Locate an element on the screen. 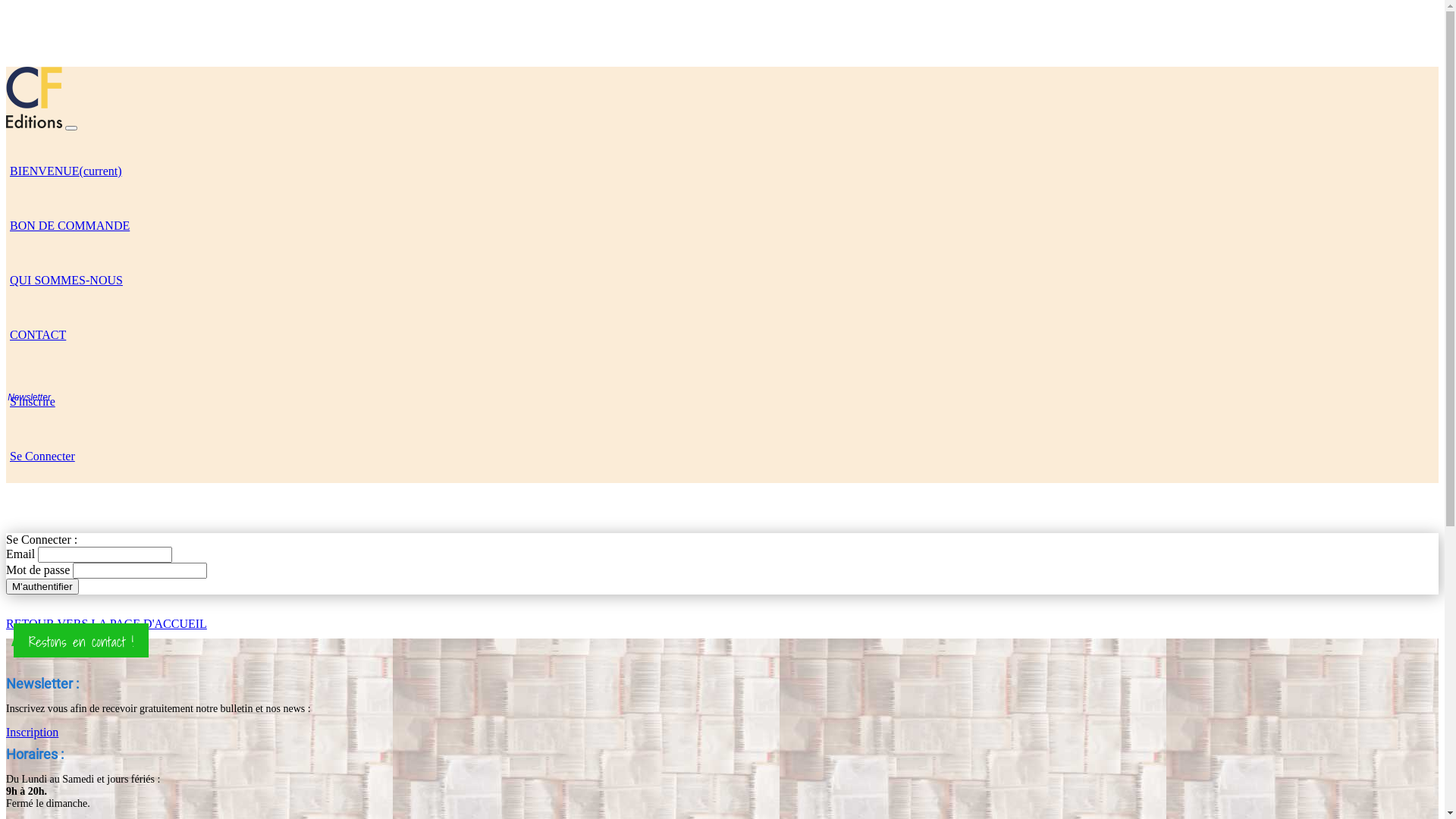 The width and height of the screenshot is (1456, 819). 'M'authentifier' is located at coordinates (42, 585).